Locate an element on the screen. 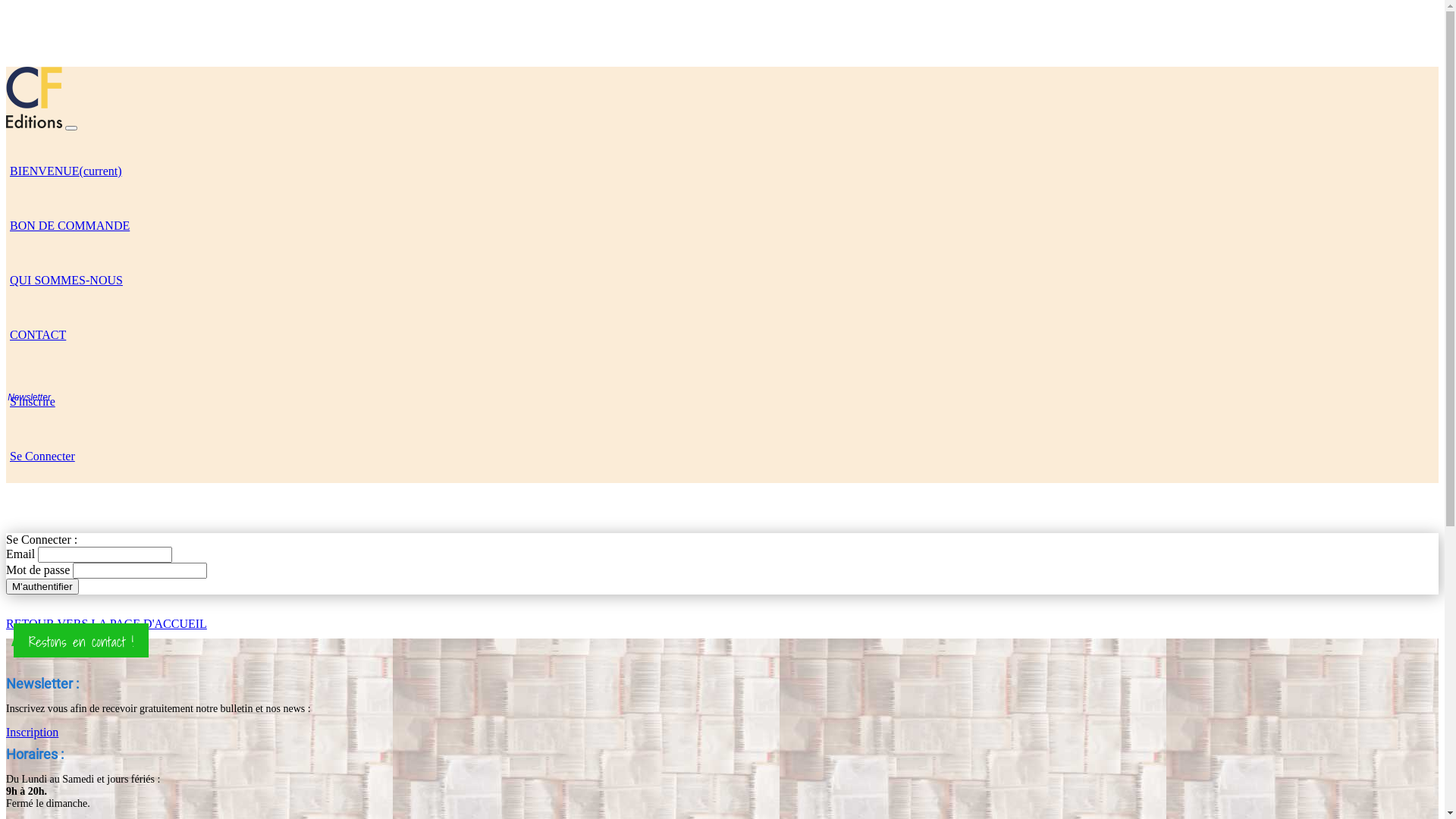 The width and height of the screenshot is (1456, 819). 'M'authentifier' is located at coordinates (42, 585).